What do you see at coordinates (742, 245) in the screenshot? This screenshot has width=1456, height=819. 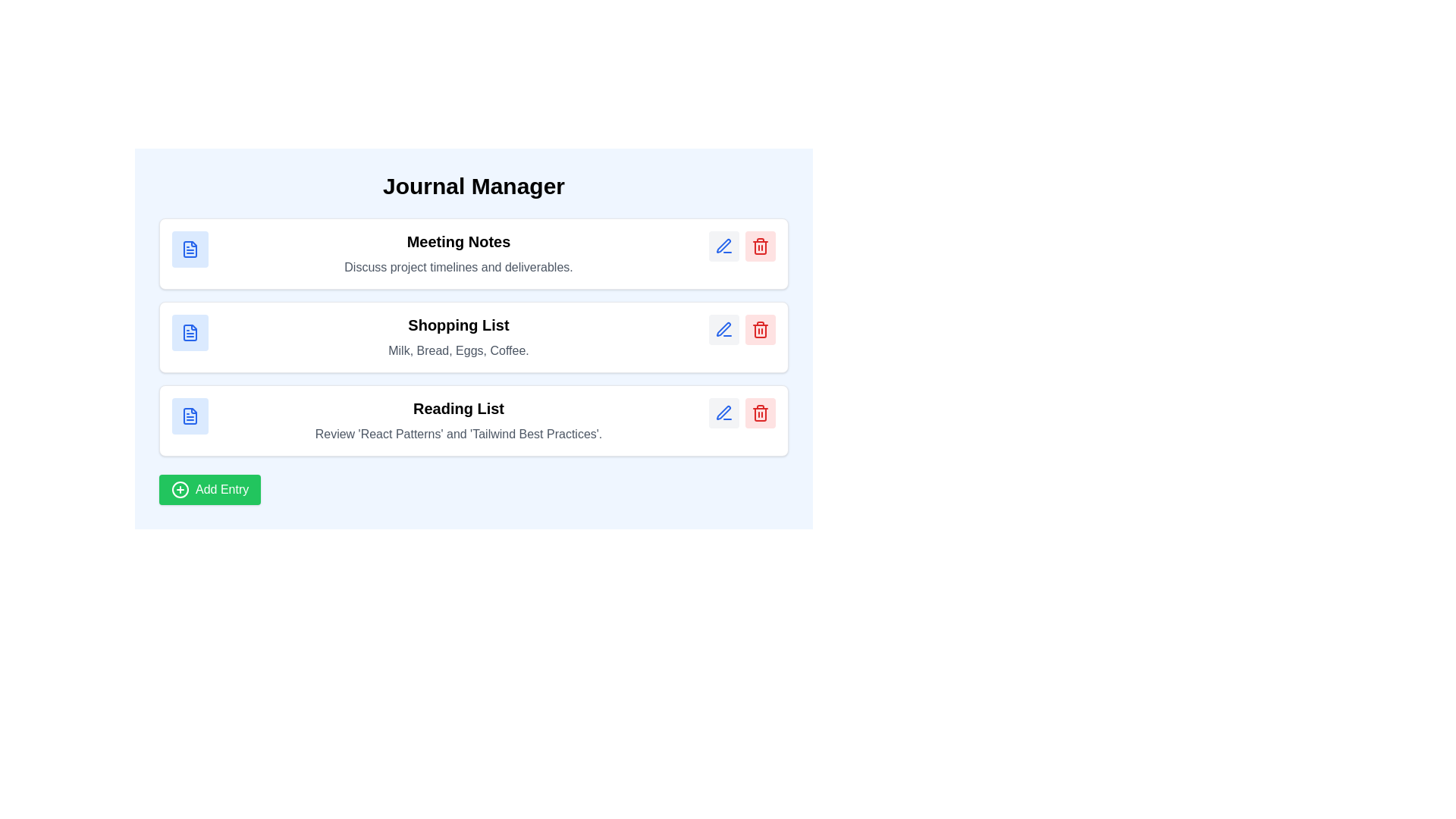 I see `the red trash icon located within a pale red rounded square in the Grouped action controls at the top right of the 'Meeting Notes' card` at bounding box center [742, 245].